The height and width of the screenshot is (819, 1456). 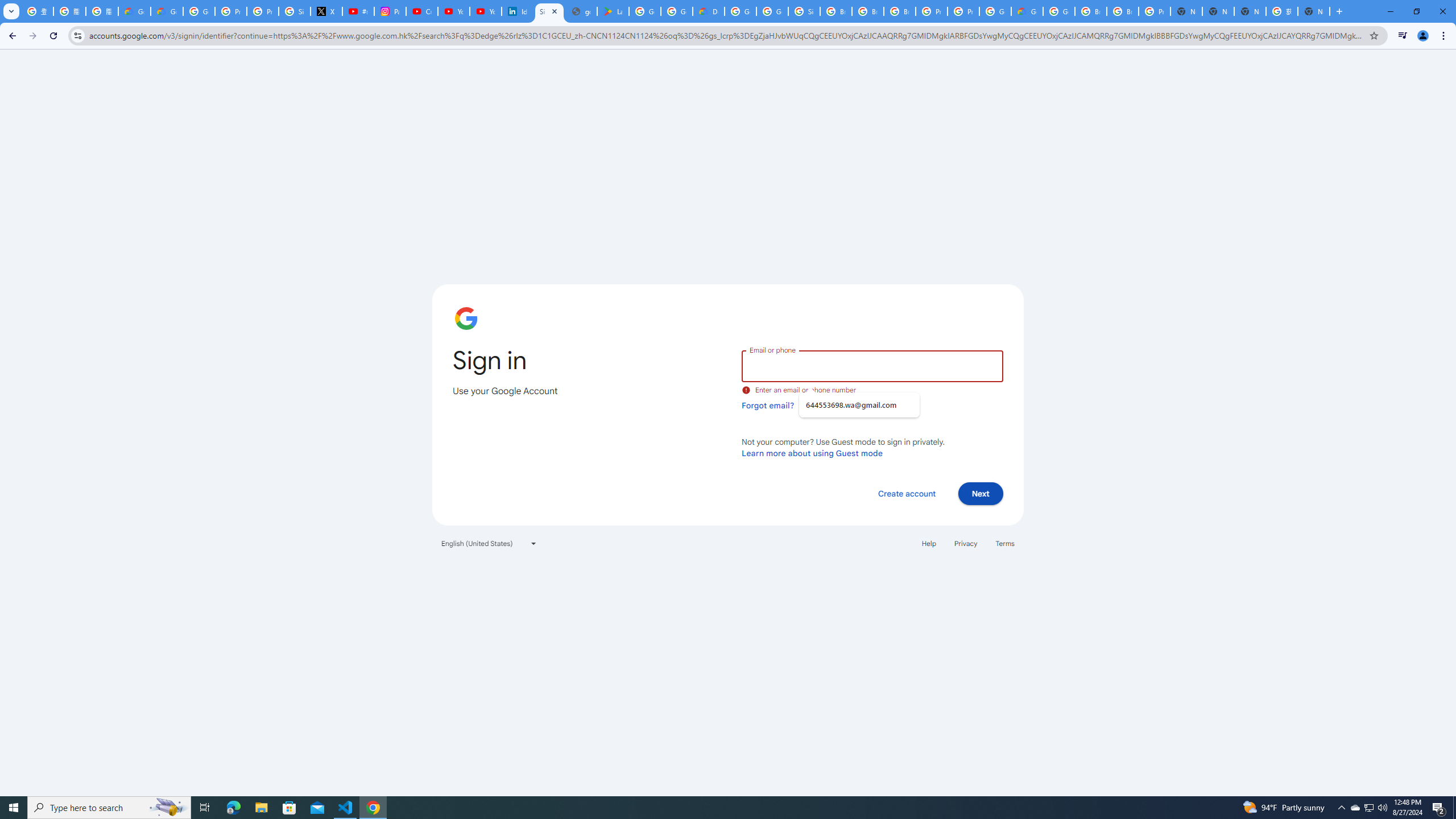 I want to click on 'Privacy Help Center - Policies Help', so click(x=262, y=11).